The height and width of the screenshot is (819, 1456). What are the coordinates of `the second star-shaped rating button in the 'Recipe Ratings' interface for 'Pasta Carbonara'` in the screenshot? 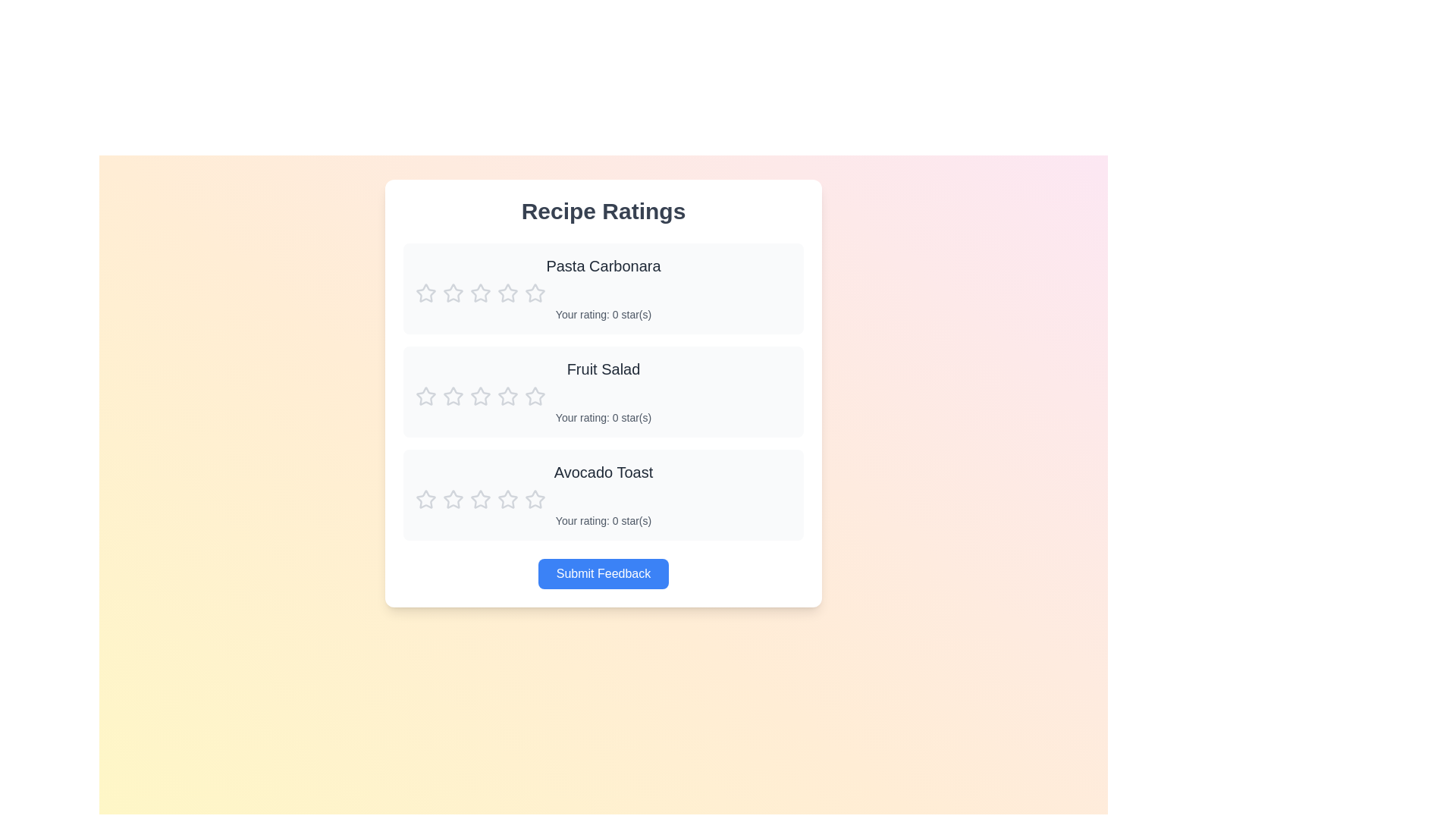 It's located at (479, 293).